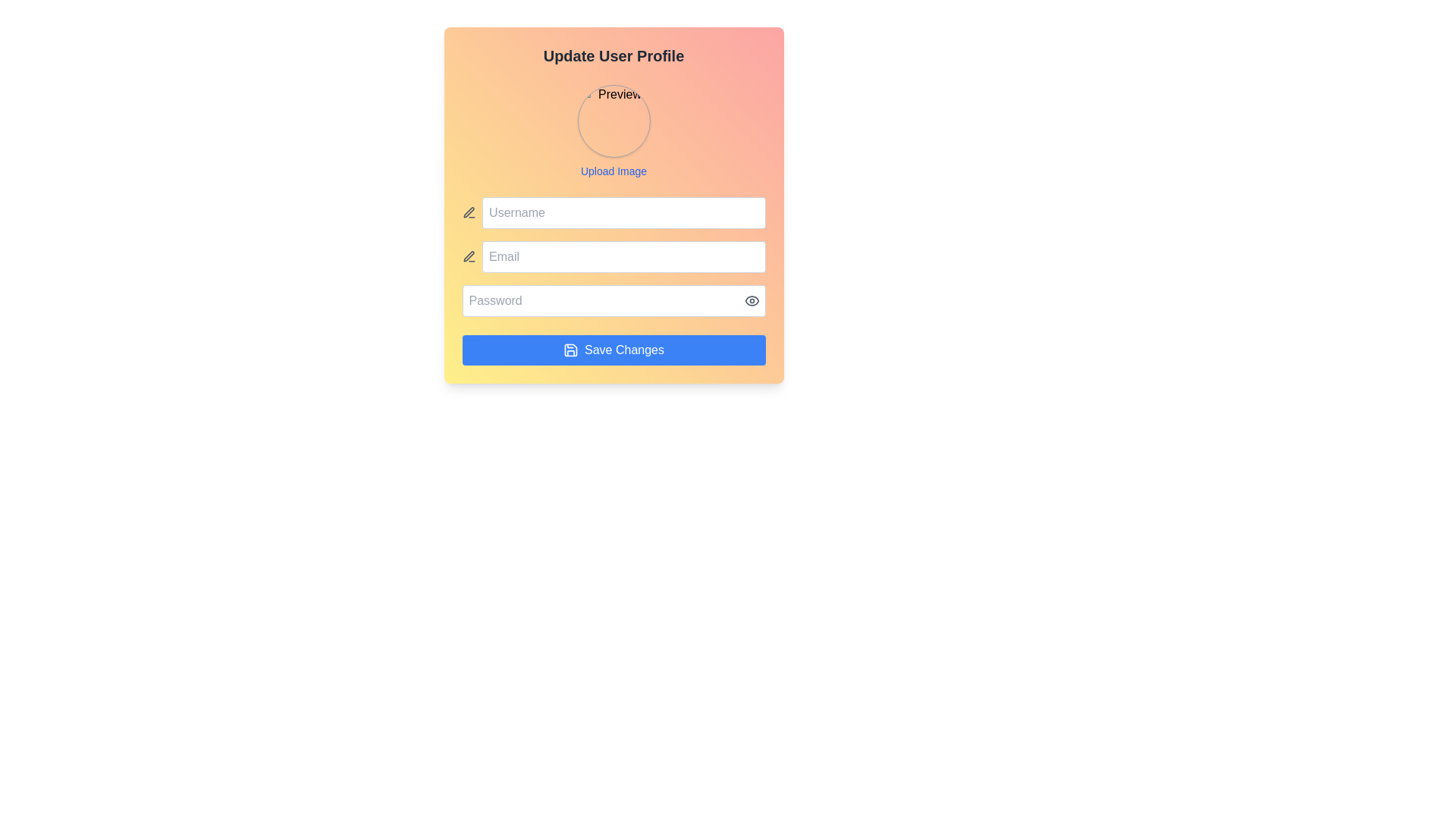 The width and height of the screenshot is (1456, 819). Describe the element at coordinates (613, 350) in the screenshot. I see `the save button located at the bottom of the form` at that location.